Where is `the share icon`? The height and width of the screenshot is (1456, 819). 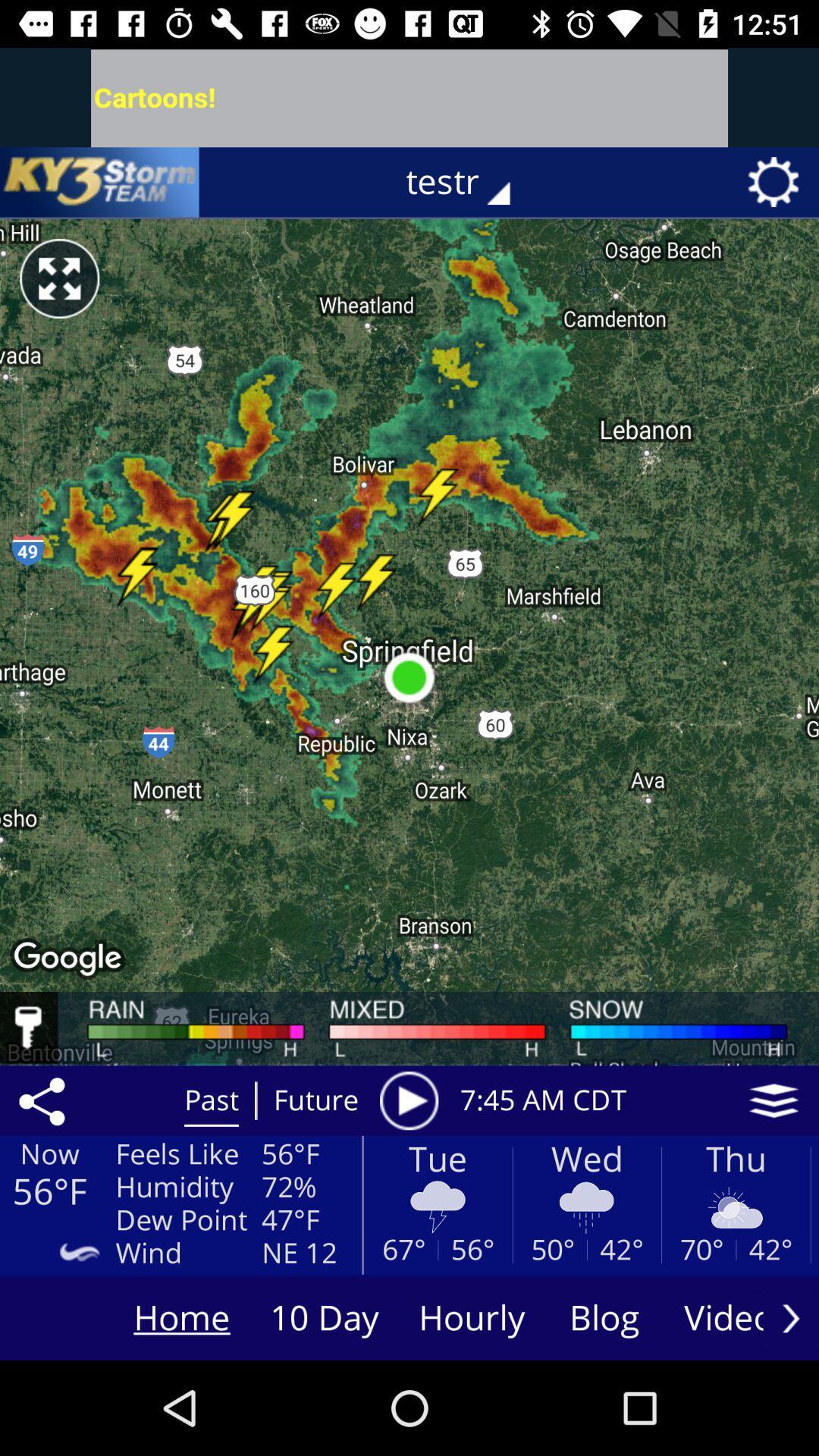
the share icon is located at coordinates (44, 1100).